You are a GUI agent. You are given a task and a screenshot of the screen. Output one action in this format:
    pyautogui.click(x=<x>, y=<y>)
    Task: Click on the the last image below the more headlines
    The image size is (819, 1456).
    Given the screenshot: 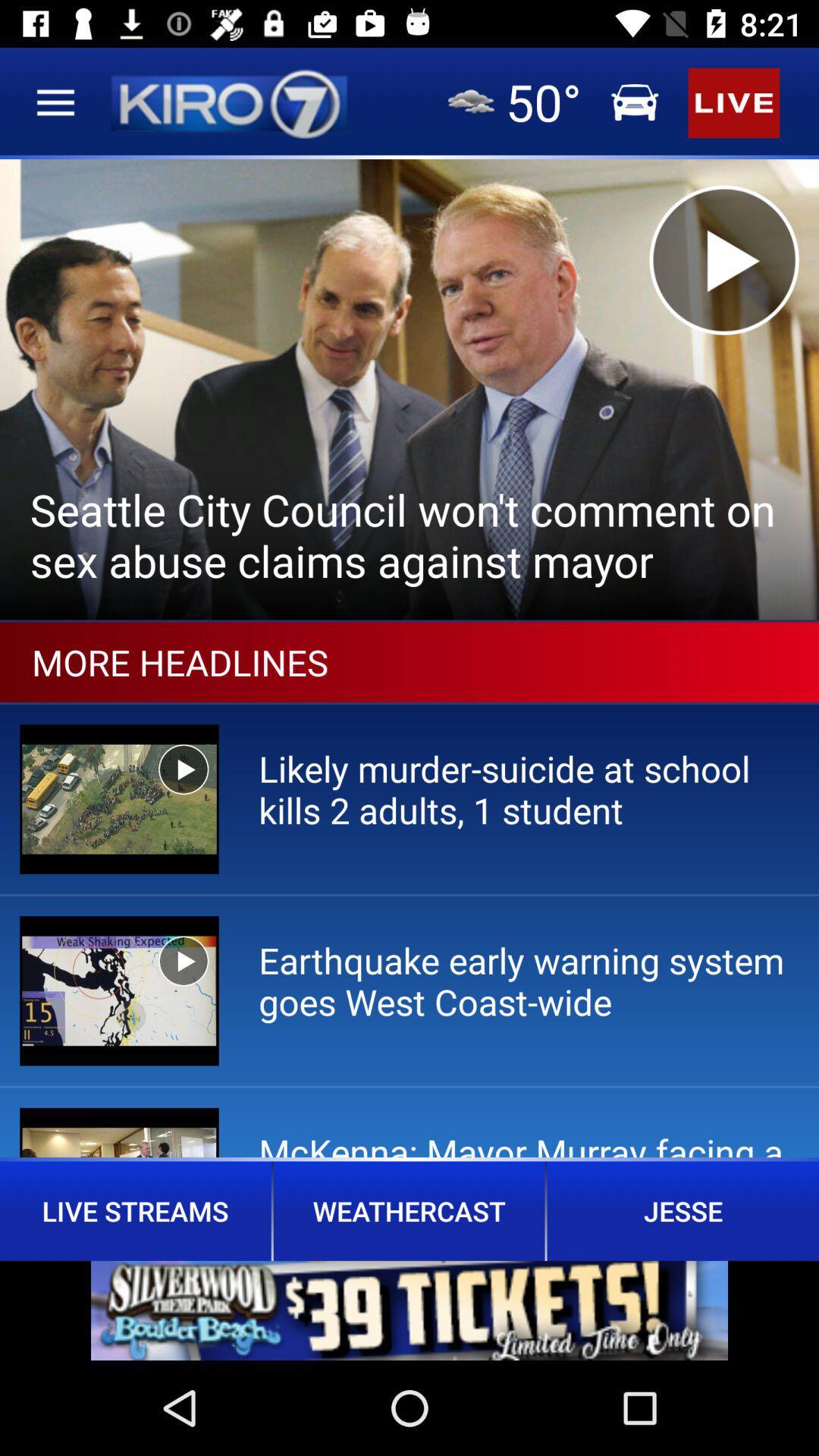 What is the action you would take?
    pyautogui.click(x=118, y=1132)
    